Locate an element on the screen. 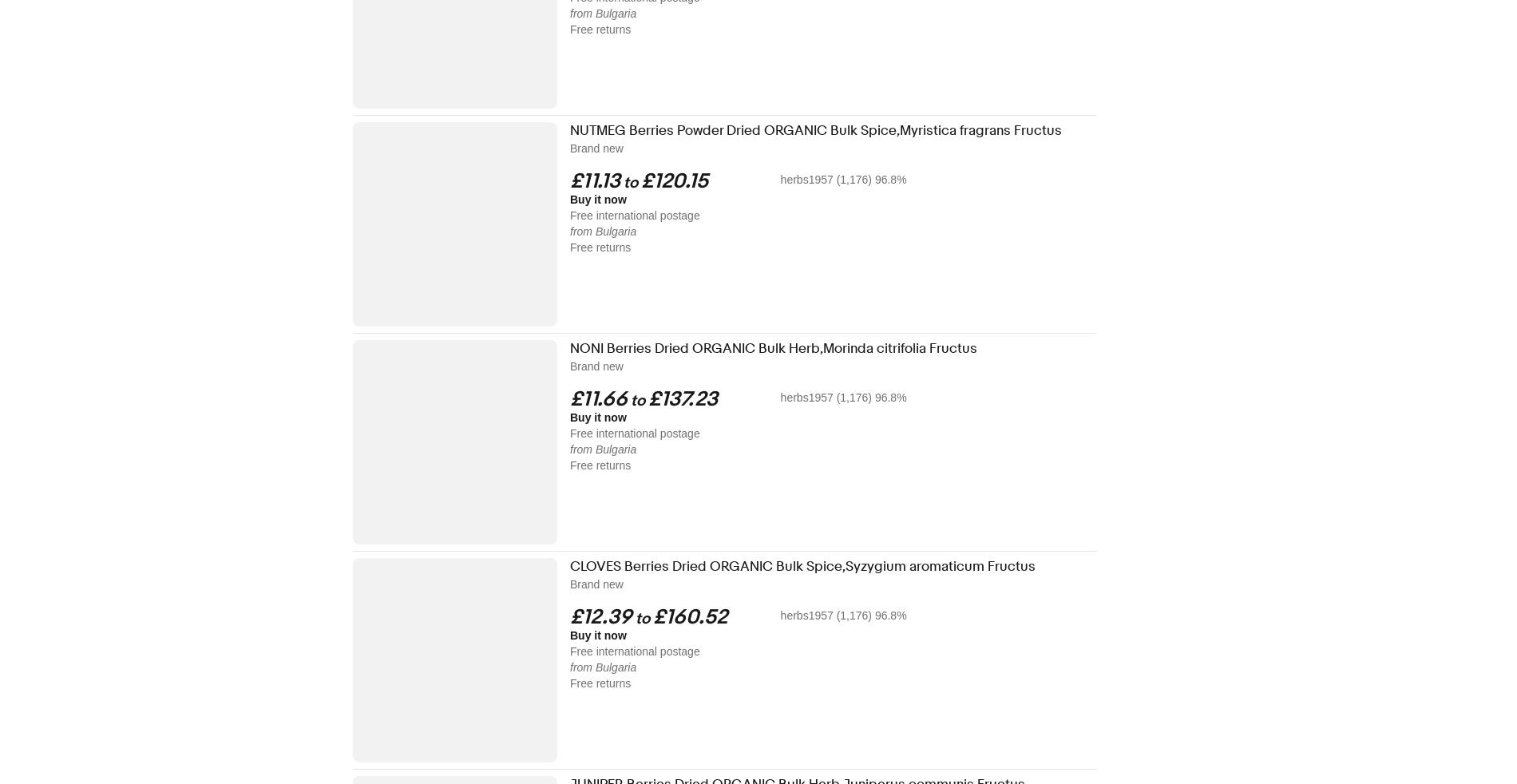 This screenshot has height=784, width=1517. '£11.66' is located at coordinates (597, 398).